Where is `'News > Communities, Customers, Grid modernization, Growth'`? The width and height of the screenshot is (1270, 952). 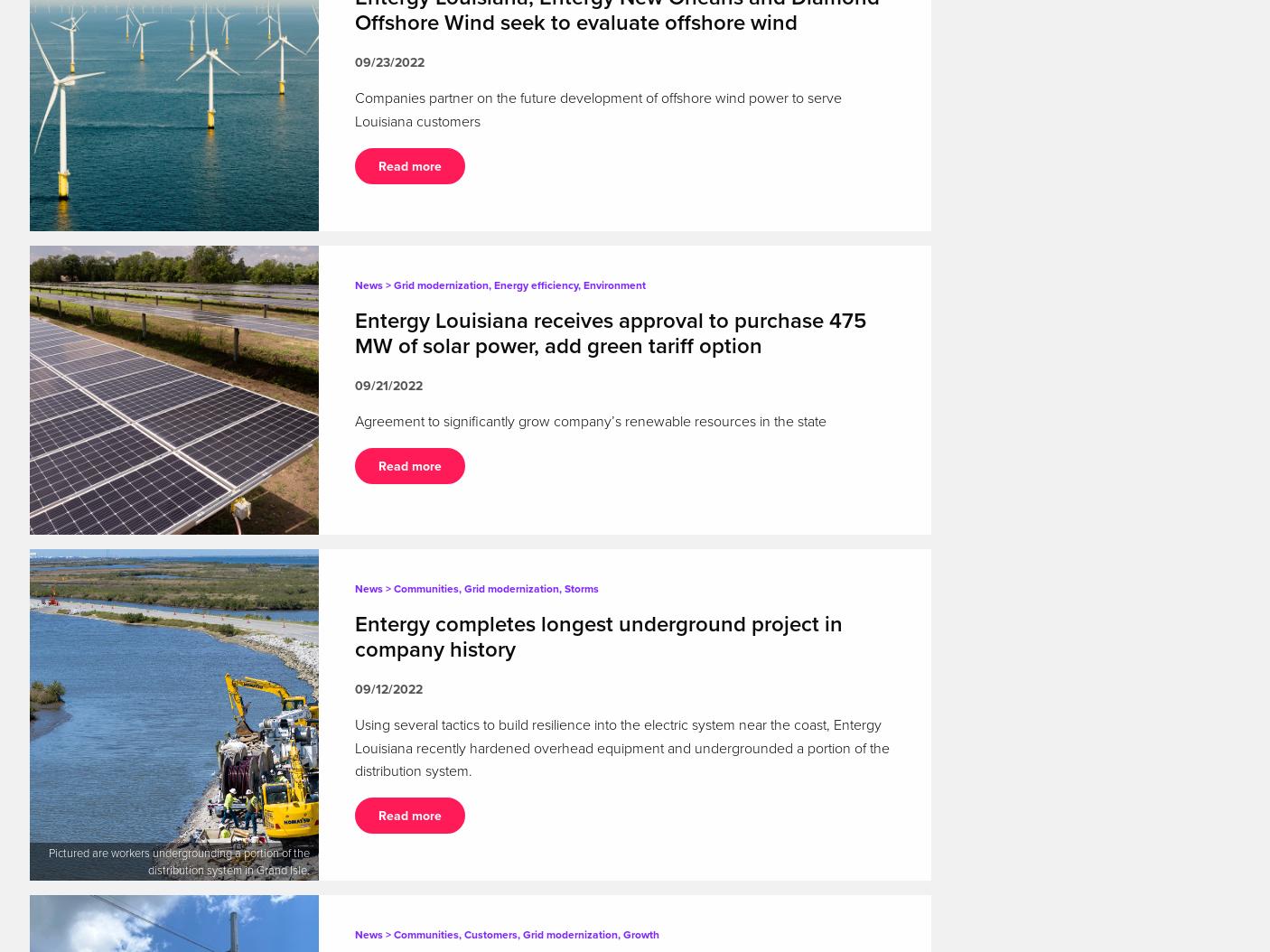
'News > Communities, Customers, Grid modernization, Growth' is located at coordinates (354, 934).